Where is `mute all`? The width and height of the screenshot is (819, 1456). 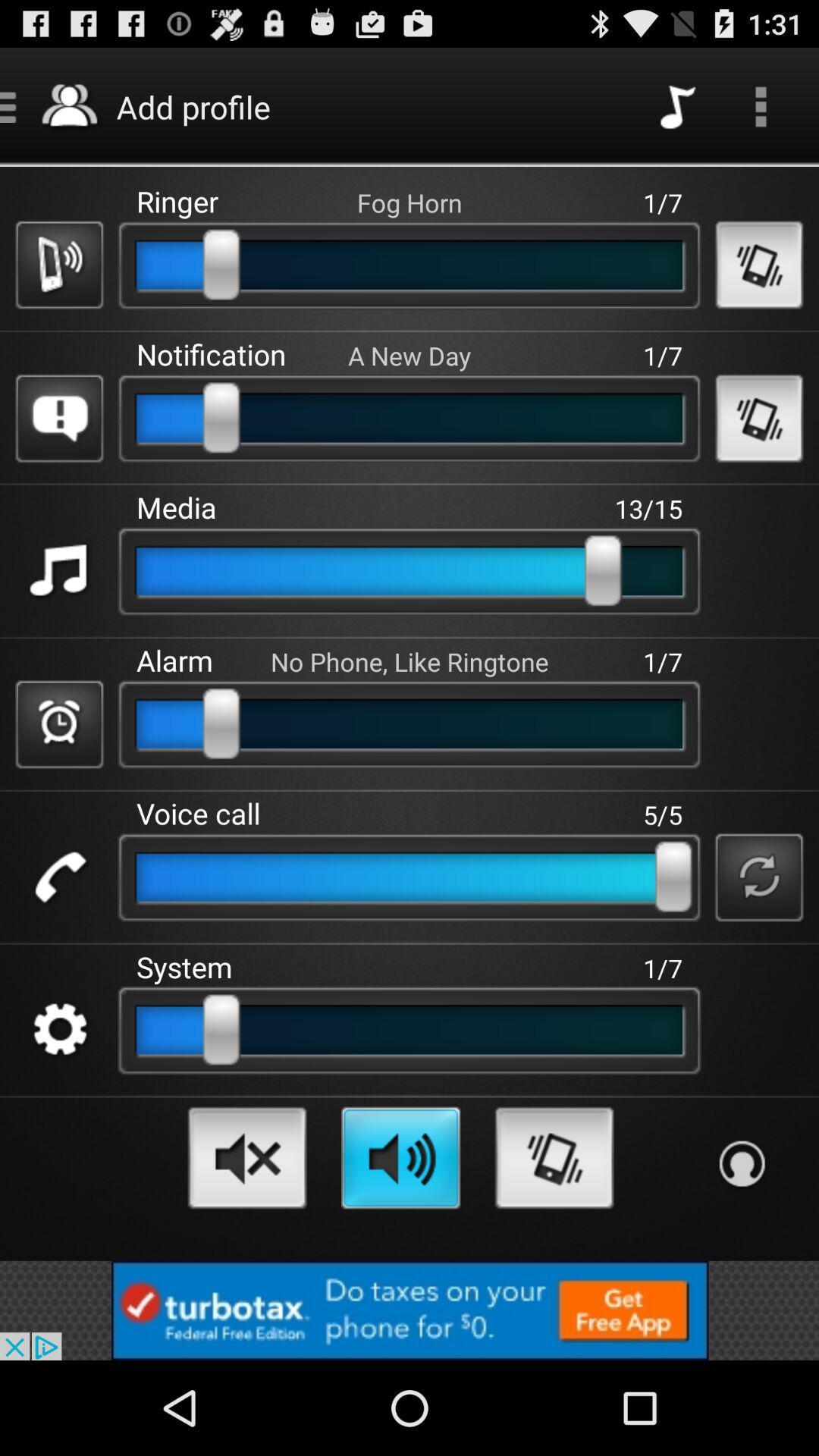 mute all is located at coordinates (246, 1156).